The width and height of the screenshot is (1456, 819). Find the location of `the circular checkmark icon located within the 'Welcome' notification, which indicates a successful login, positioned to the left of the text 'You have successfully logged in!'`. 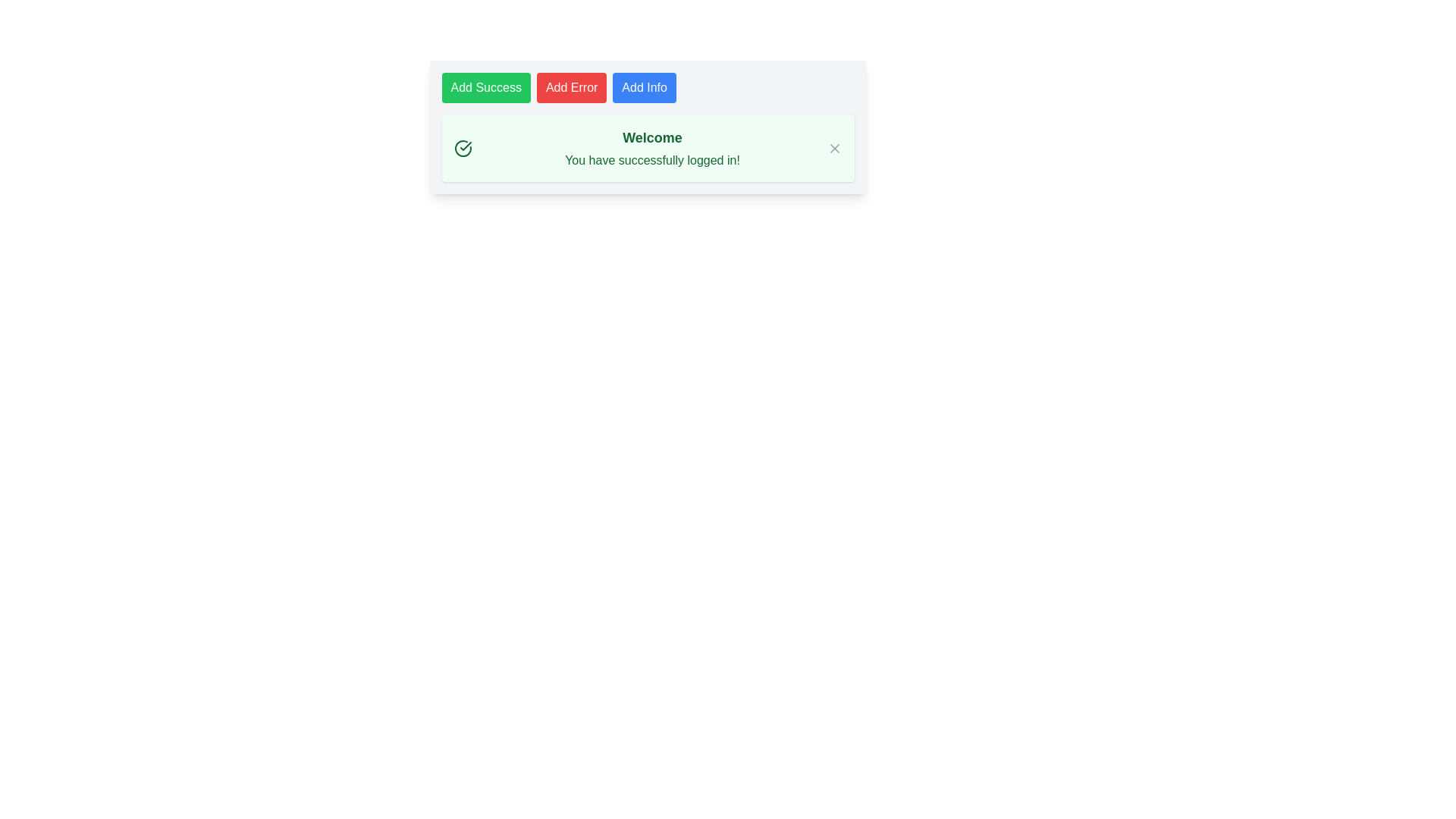

the circular checkmark icon located within the 'Welcome' notification, which indicates a successful login, positioned to the left of the text 'You have successfully logged in!' is located at coordinates (462, 149).